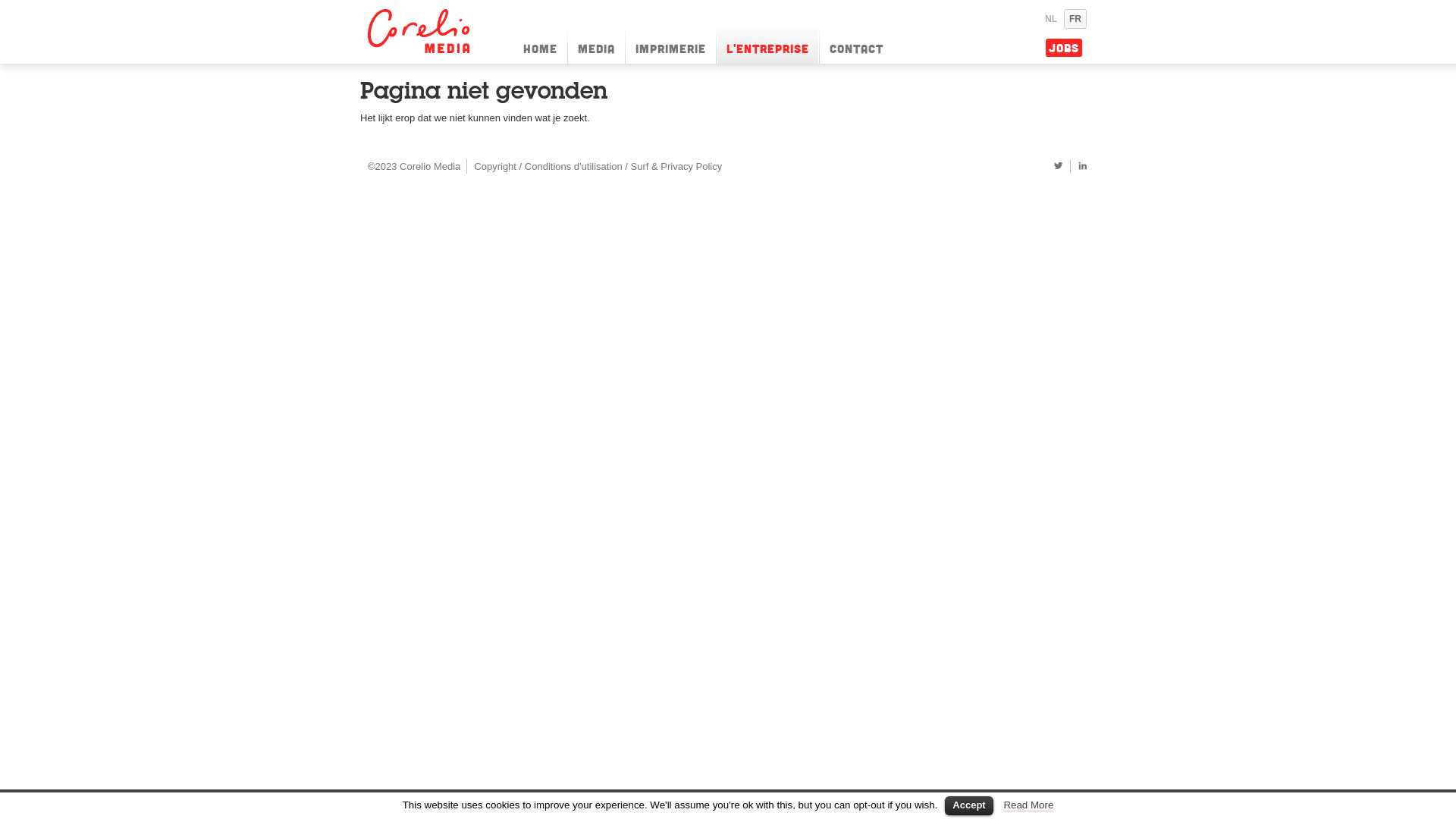 The image size is (1456, 819). I want to click on 'NL', so click(1039, 18).